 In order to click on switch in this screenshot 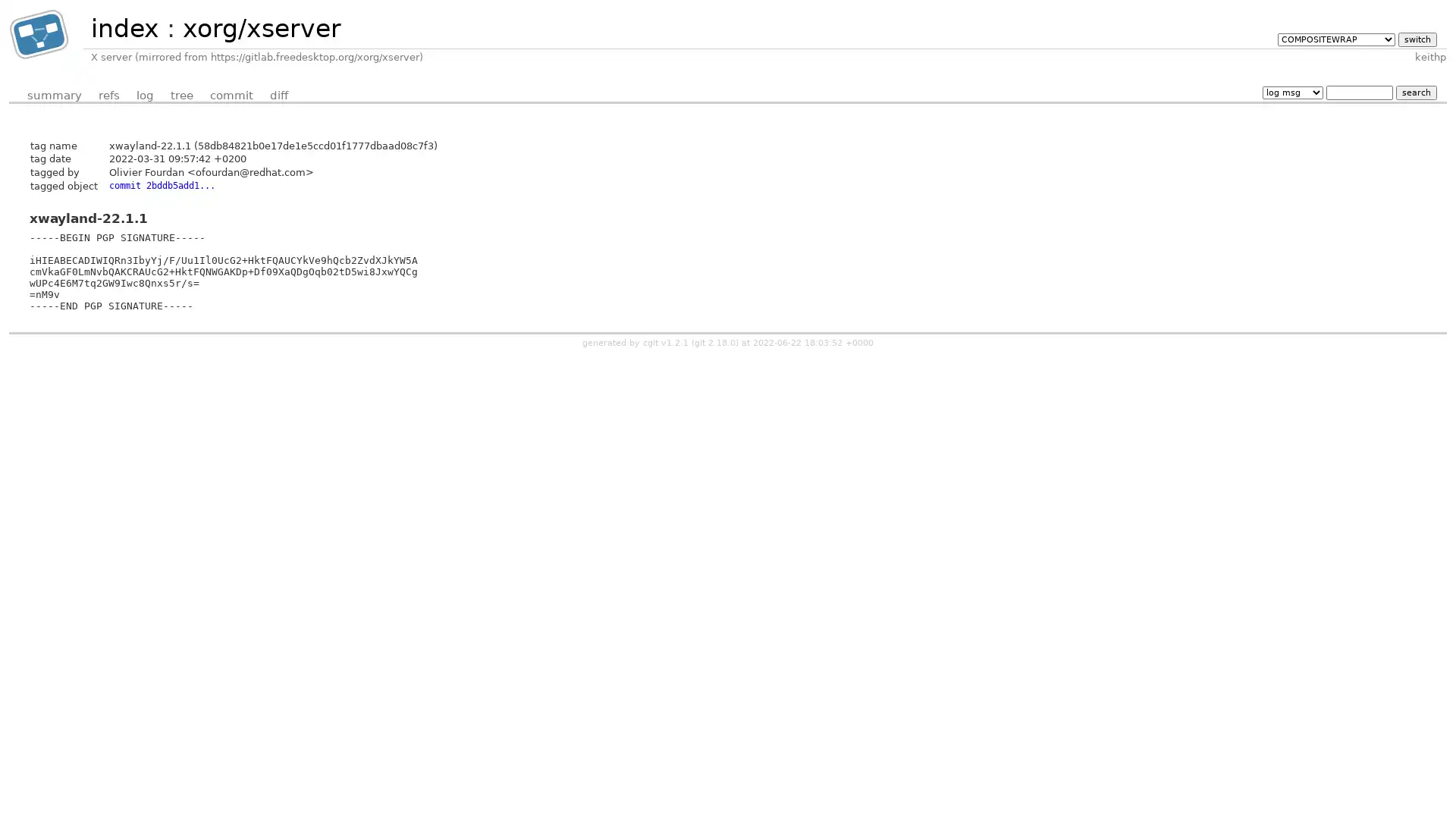, I will do `click(1416, 38)`.